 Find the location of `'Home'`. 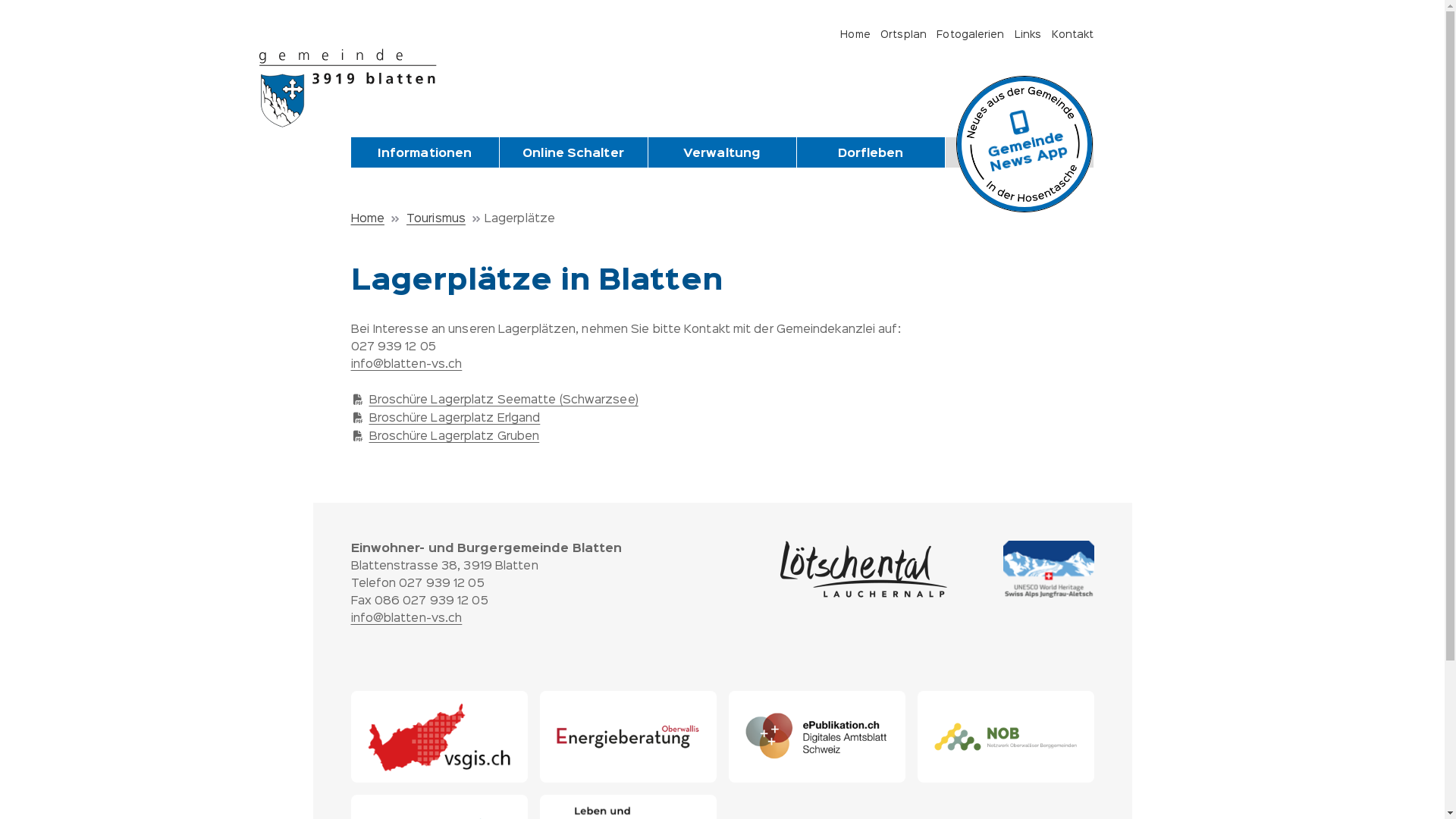

'Home' is located at coordinates (376, 219).